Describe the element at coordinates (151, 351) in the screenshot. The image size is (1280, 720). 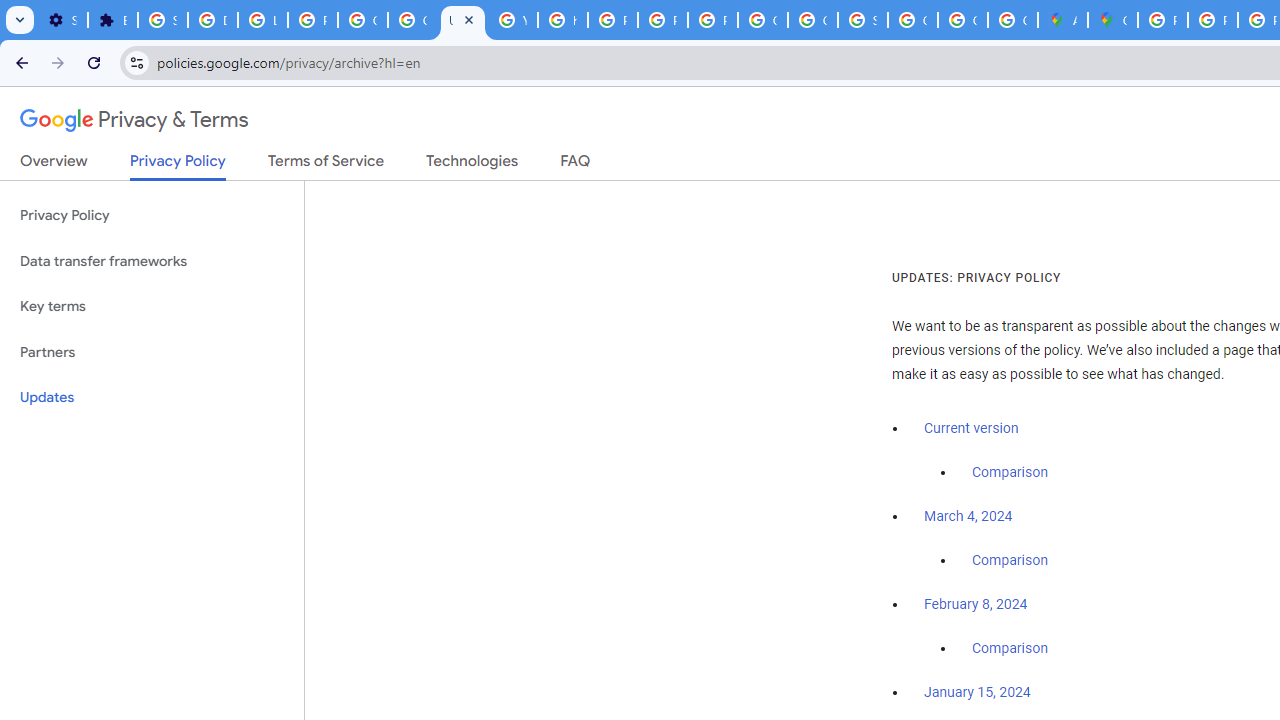
I see `'Partners'` at that location.